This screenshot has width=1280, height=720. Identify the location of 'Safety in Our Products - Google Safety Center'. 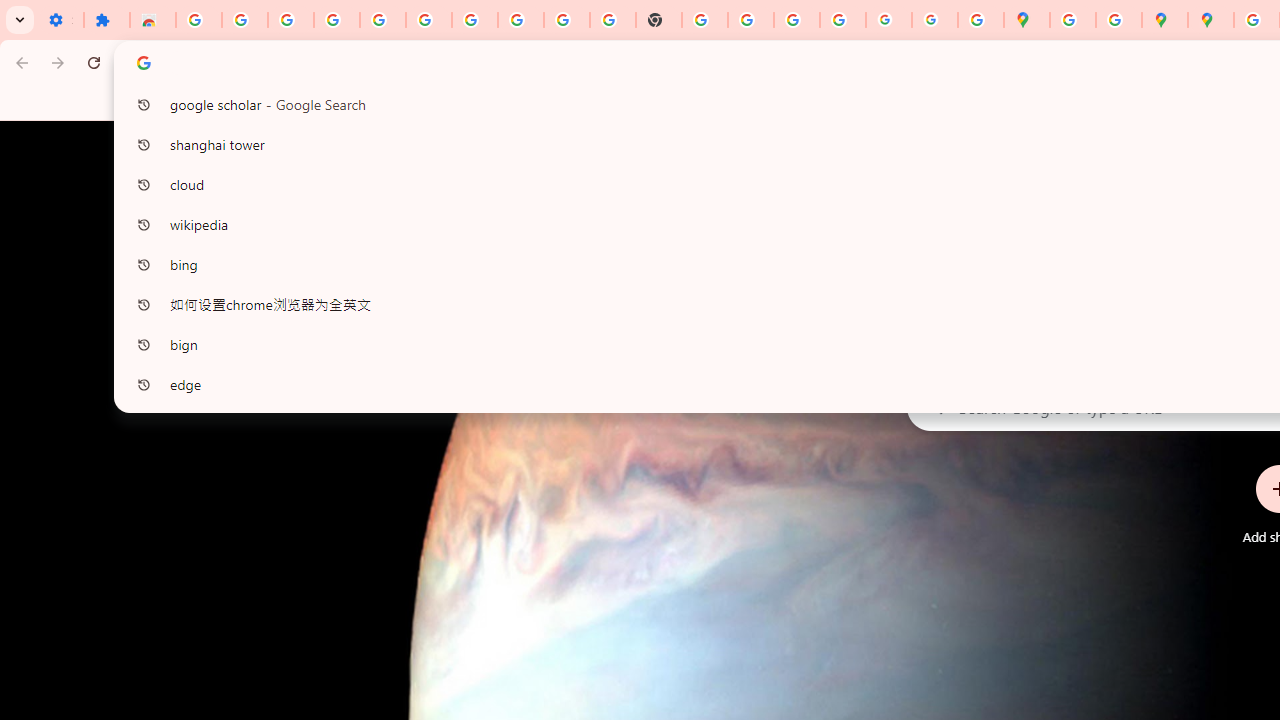
(1117, 20).